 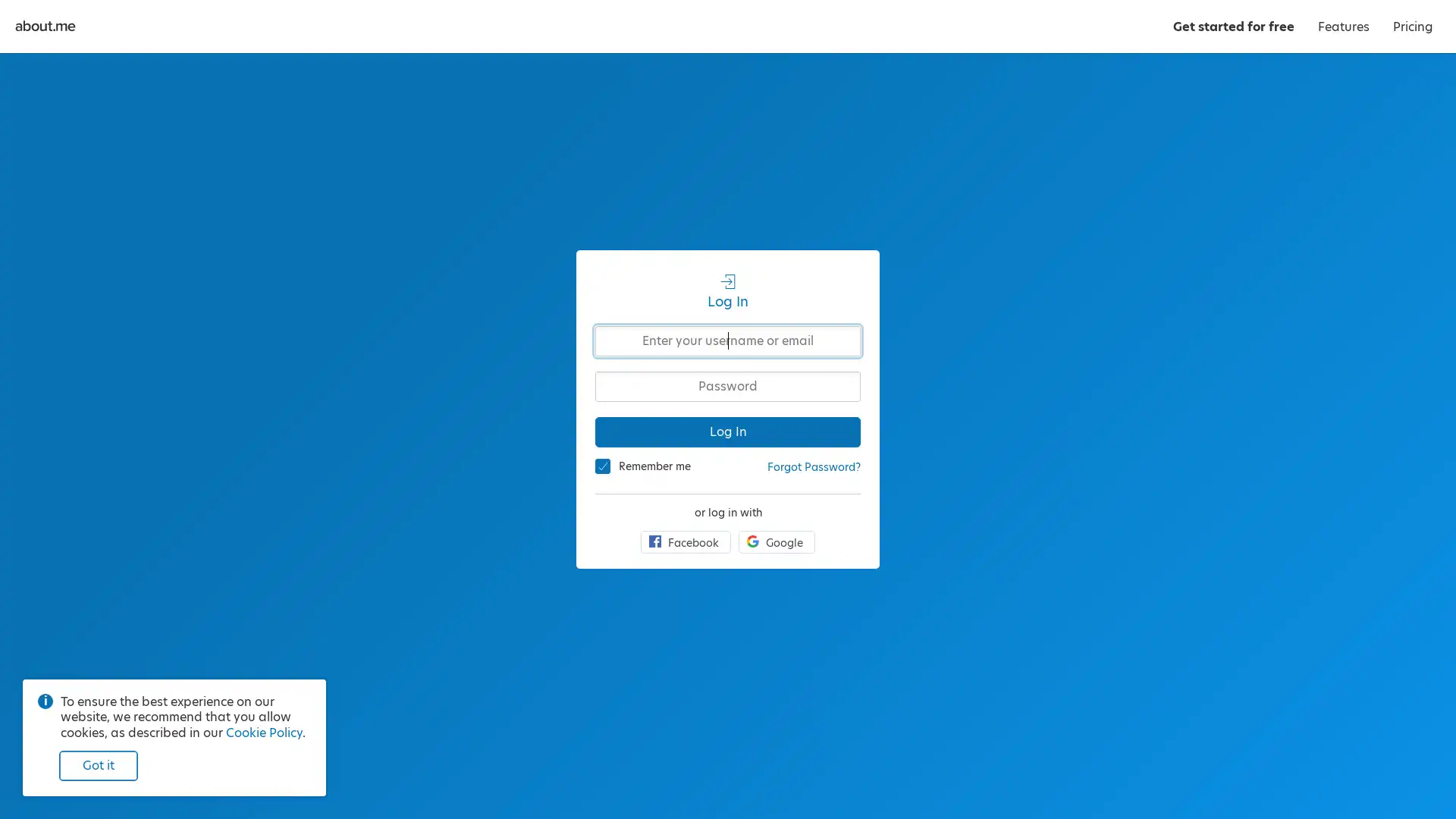 I want to click on Log In, so click(x=728, y=431).